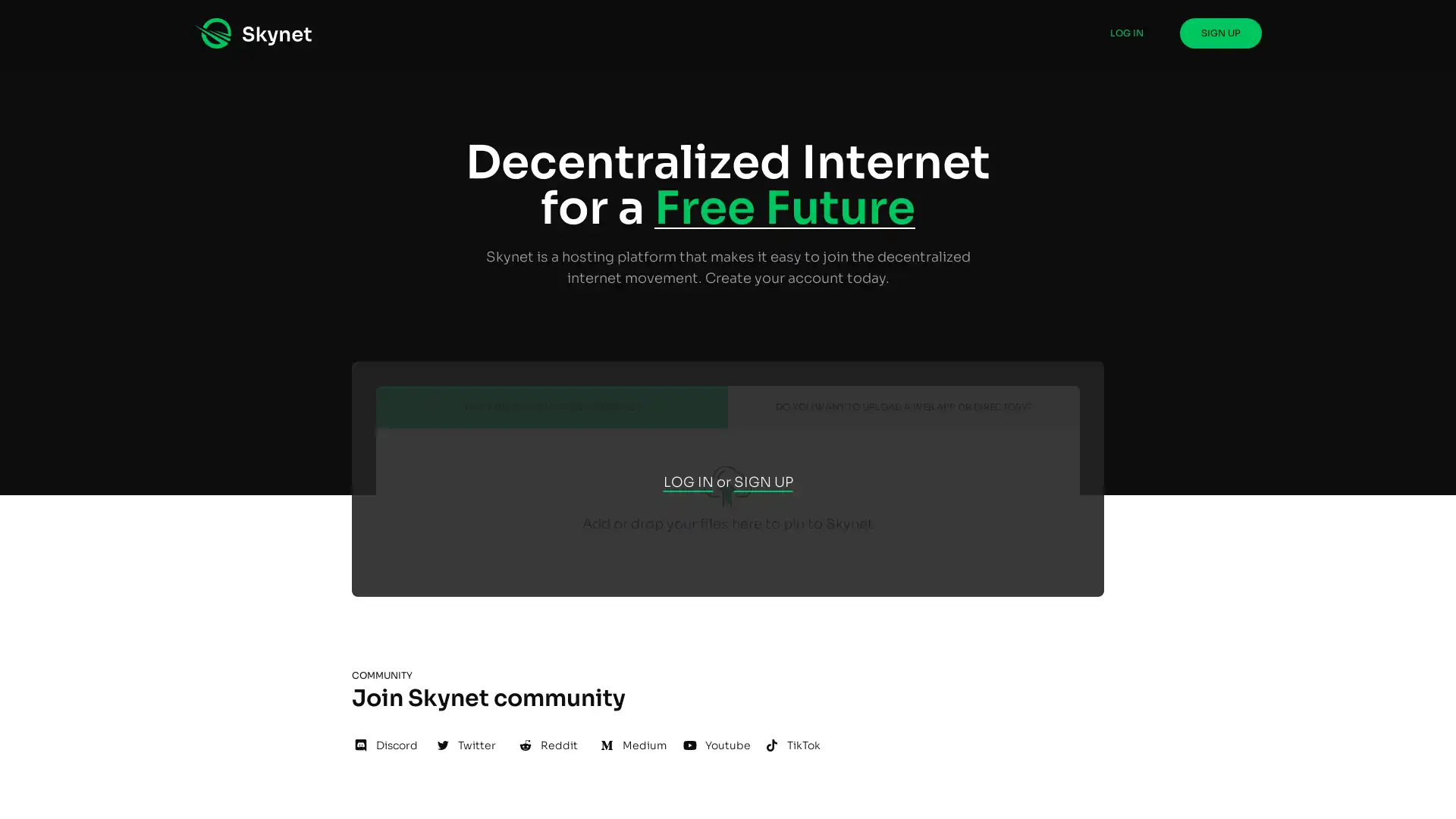 The image size is (1456, 819). What do you see at coordinates (903, 442) in the screenshot?
I see `DO YOU WANT TO UPLOAD A WEB APP OR DIRECTORY?` at bounding box center [903, 442].